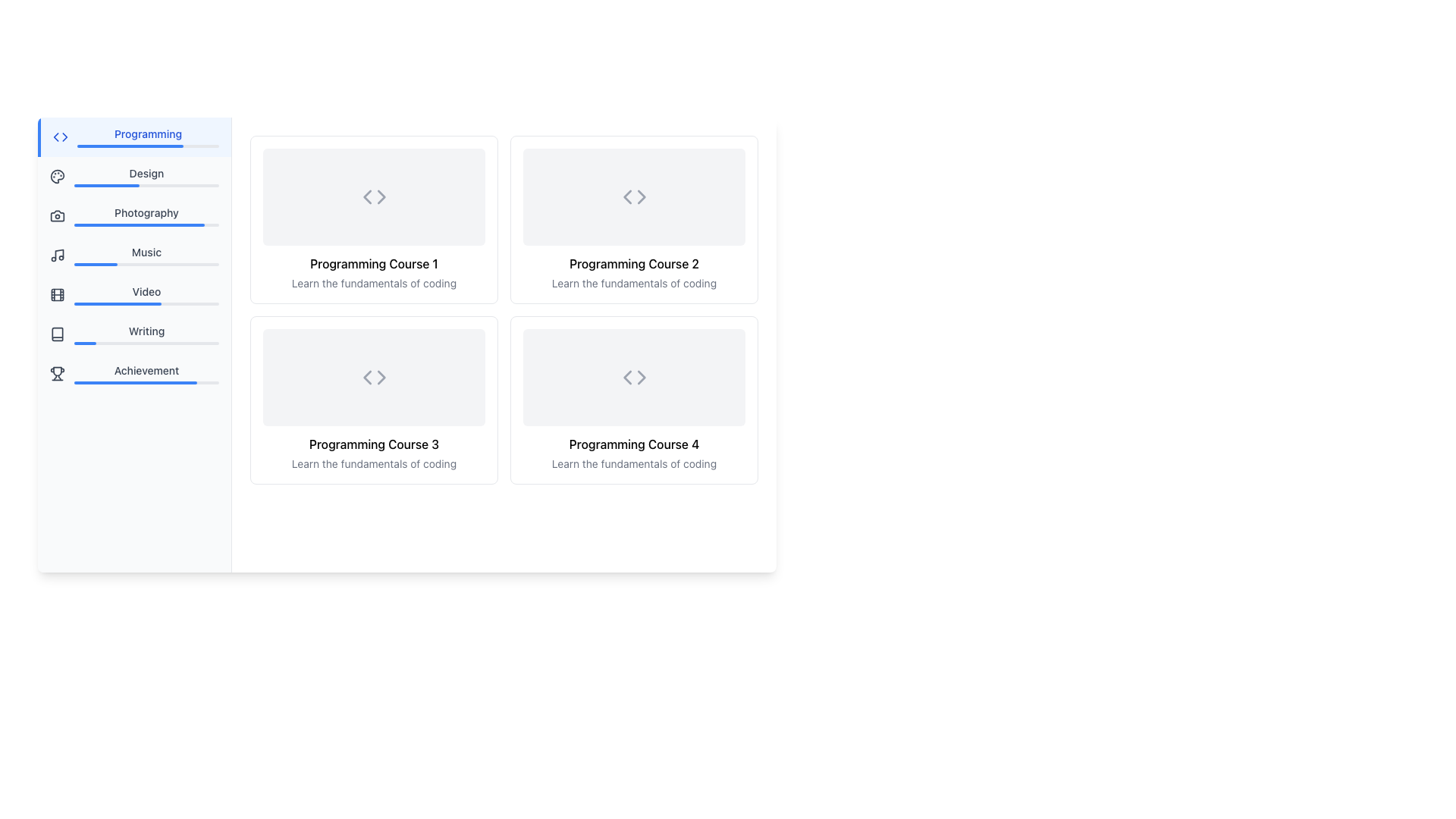 The width and height of the screenshot is (1456, 819). Describe the element at coordinates (634, 376) in the screenshot. I see `the coding-related feature icon located in the second row, second column of the course grid, which is associated with the 'Programming Course 4' label` at that location.